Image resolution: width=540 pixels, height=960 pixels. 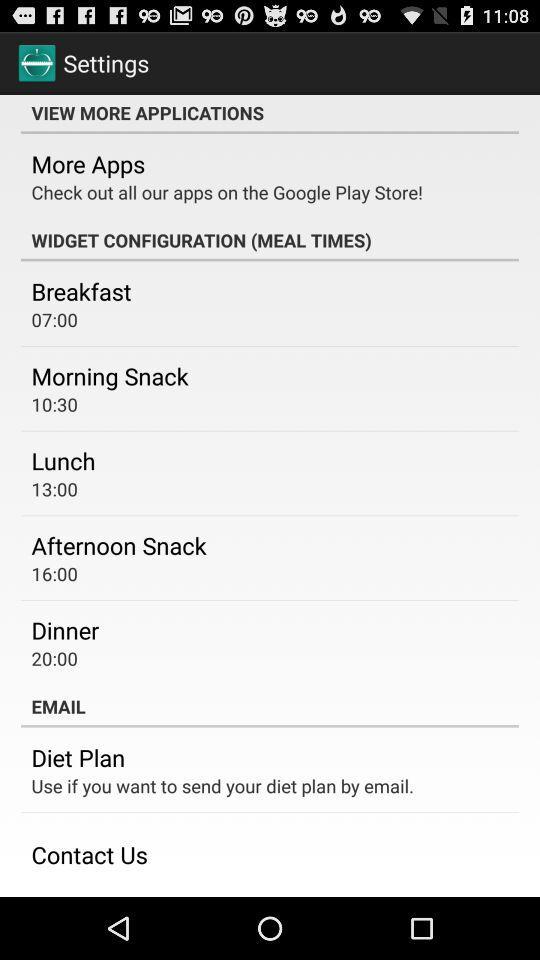 I want to click on the check out all app, so click(x=226, y=192).